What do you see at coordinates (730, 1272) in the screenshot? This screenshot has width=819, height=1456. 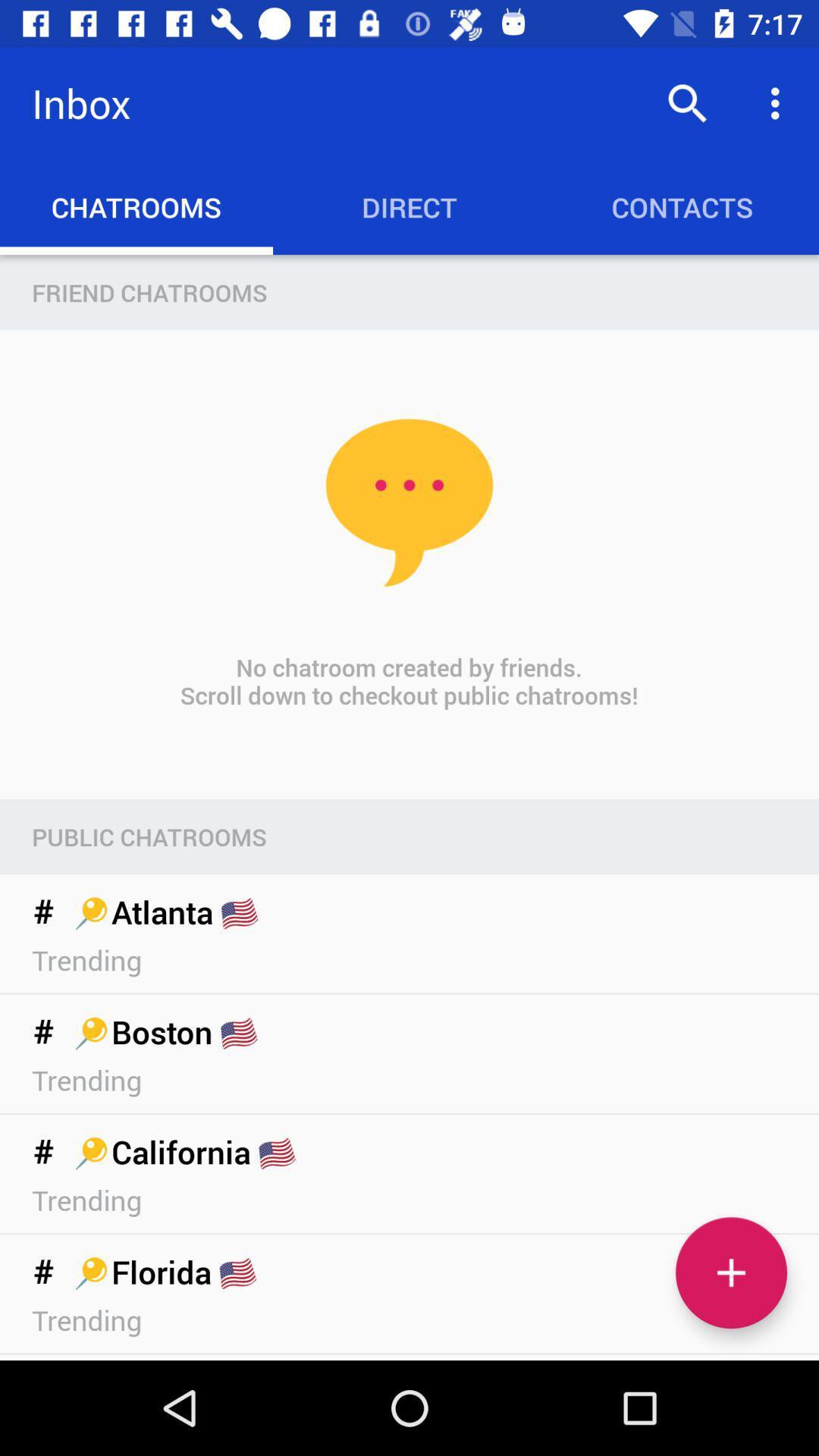 I see `the item at the bottom right corner` at bounding box center [730, 1272].